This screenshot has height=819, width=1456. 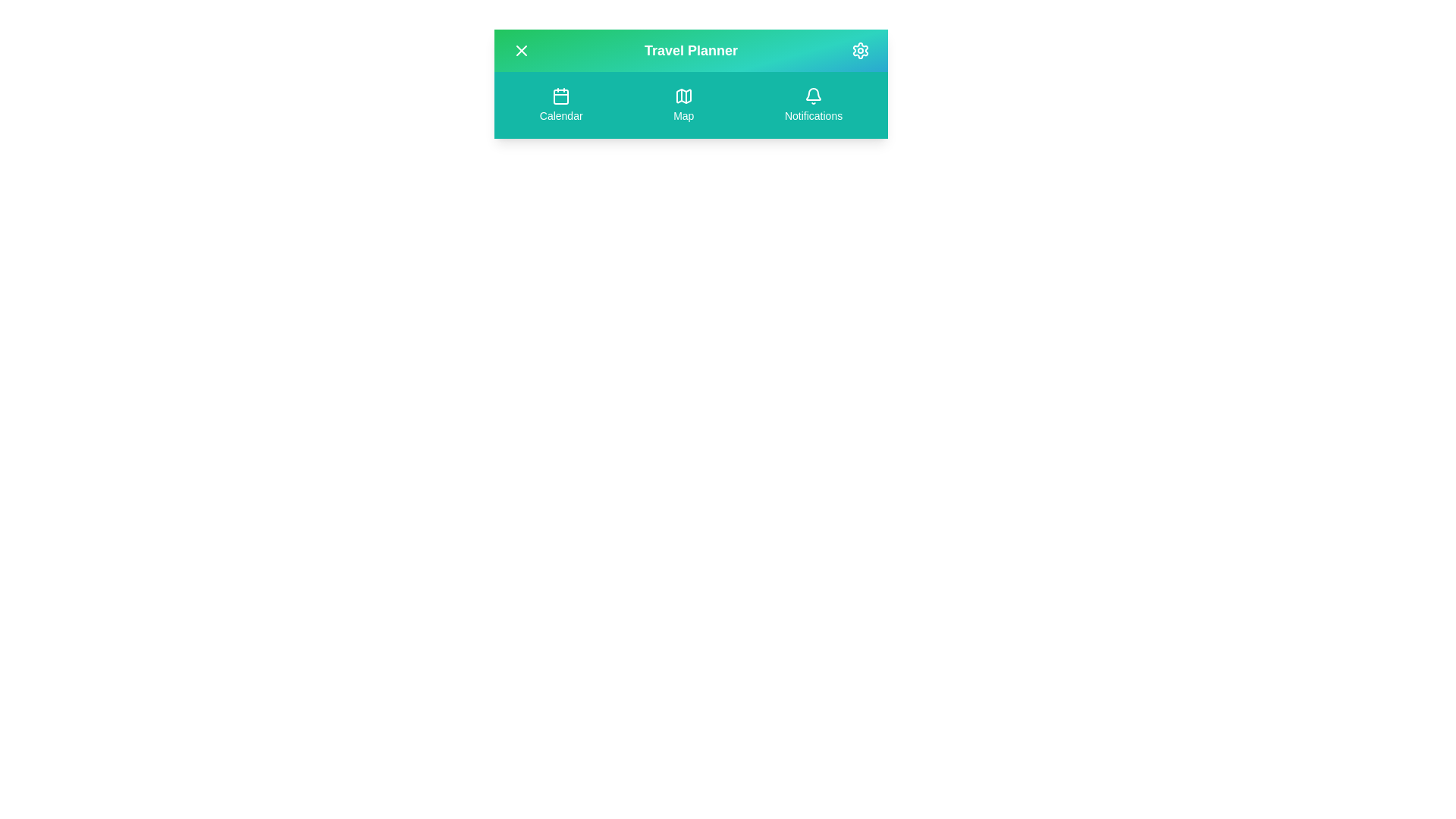 I want to click on the Notifications navigation button, so click(x=813, y=104).